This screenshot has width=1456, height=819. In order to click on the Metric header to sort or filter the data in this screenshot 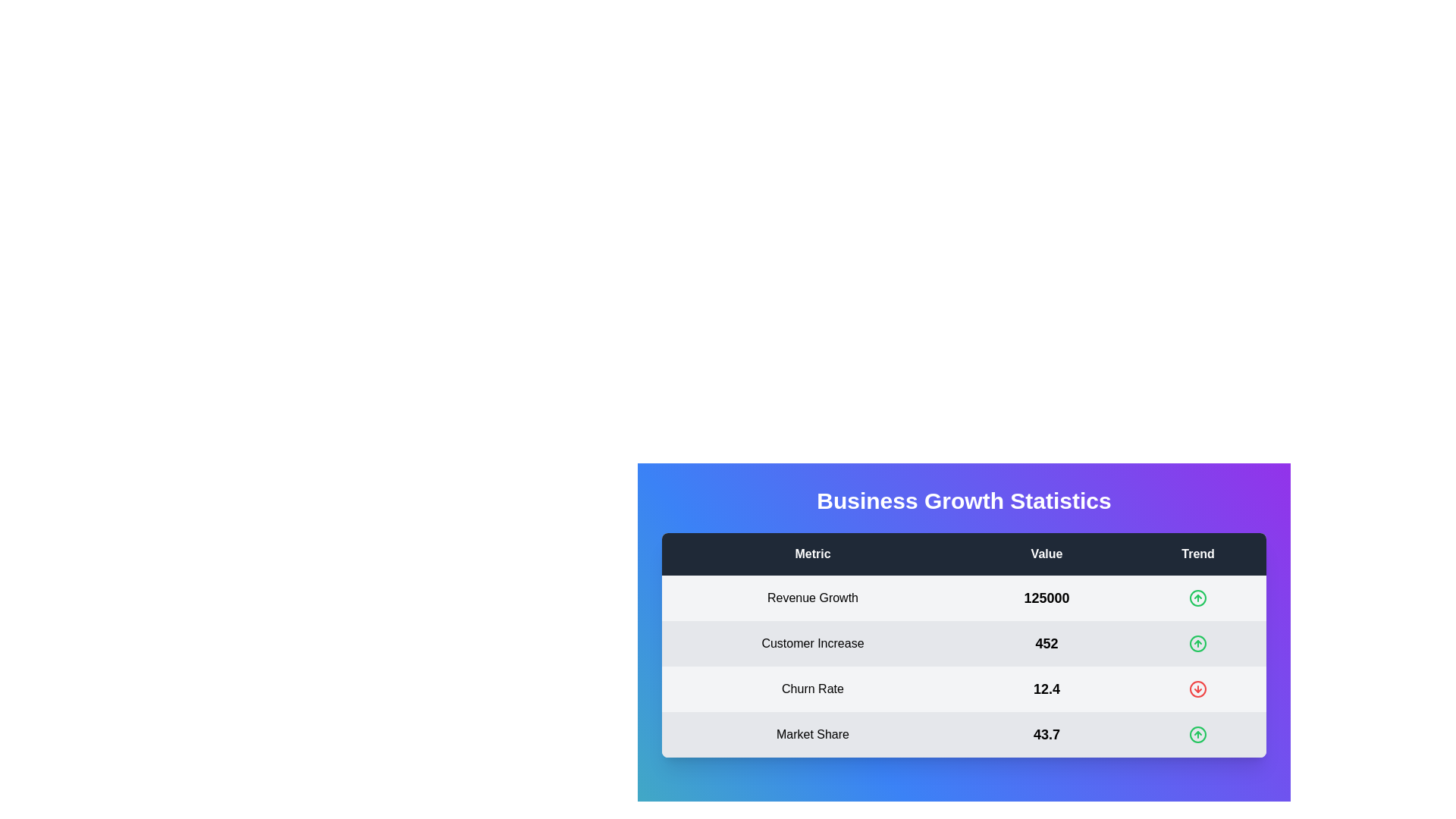, I will do `click(811, 554)`.